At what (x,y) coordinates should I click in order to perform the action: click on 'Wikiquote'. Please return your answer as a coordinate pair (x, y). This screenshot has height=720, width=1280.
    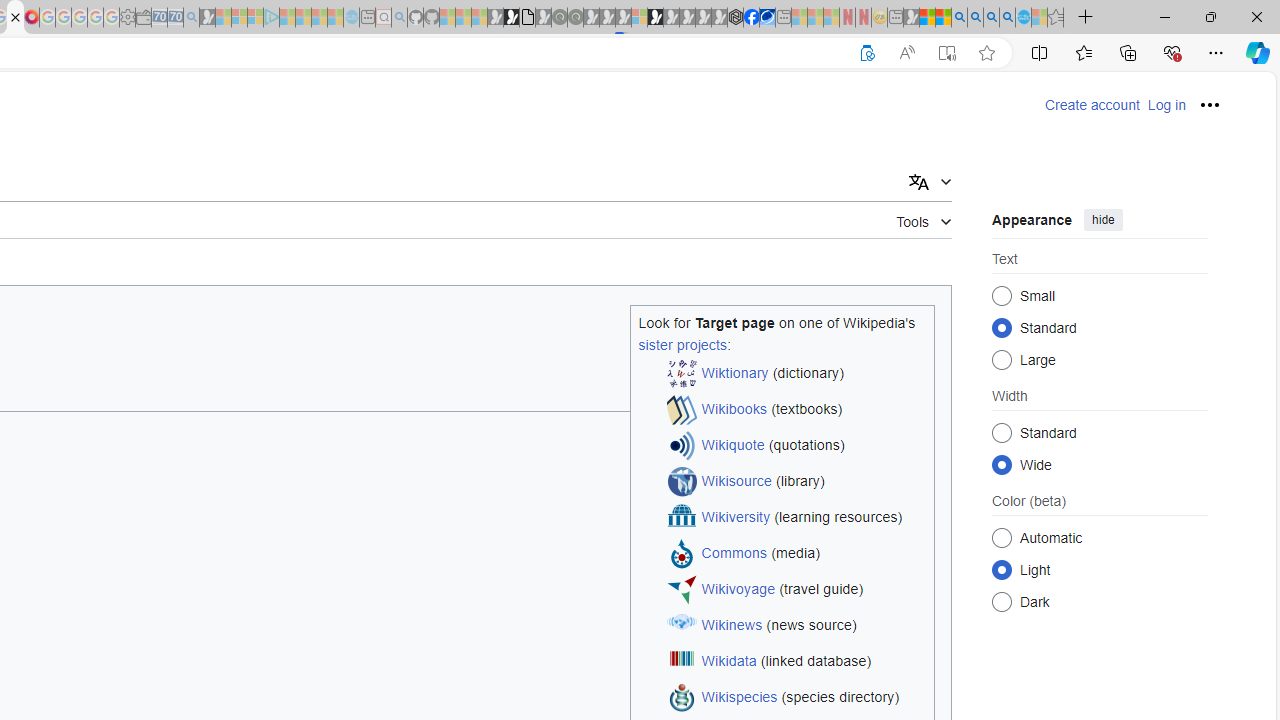
    Looking at the image, I should click on (732, 444).